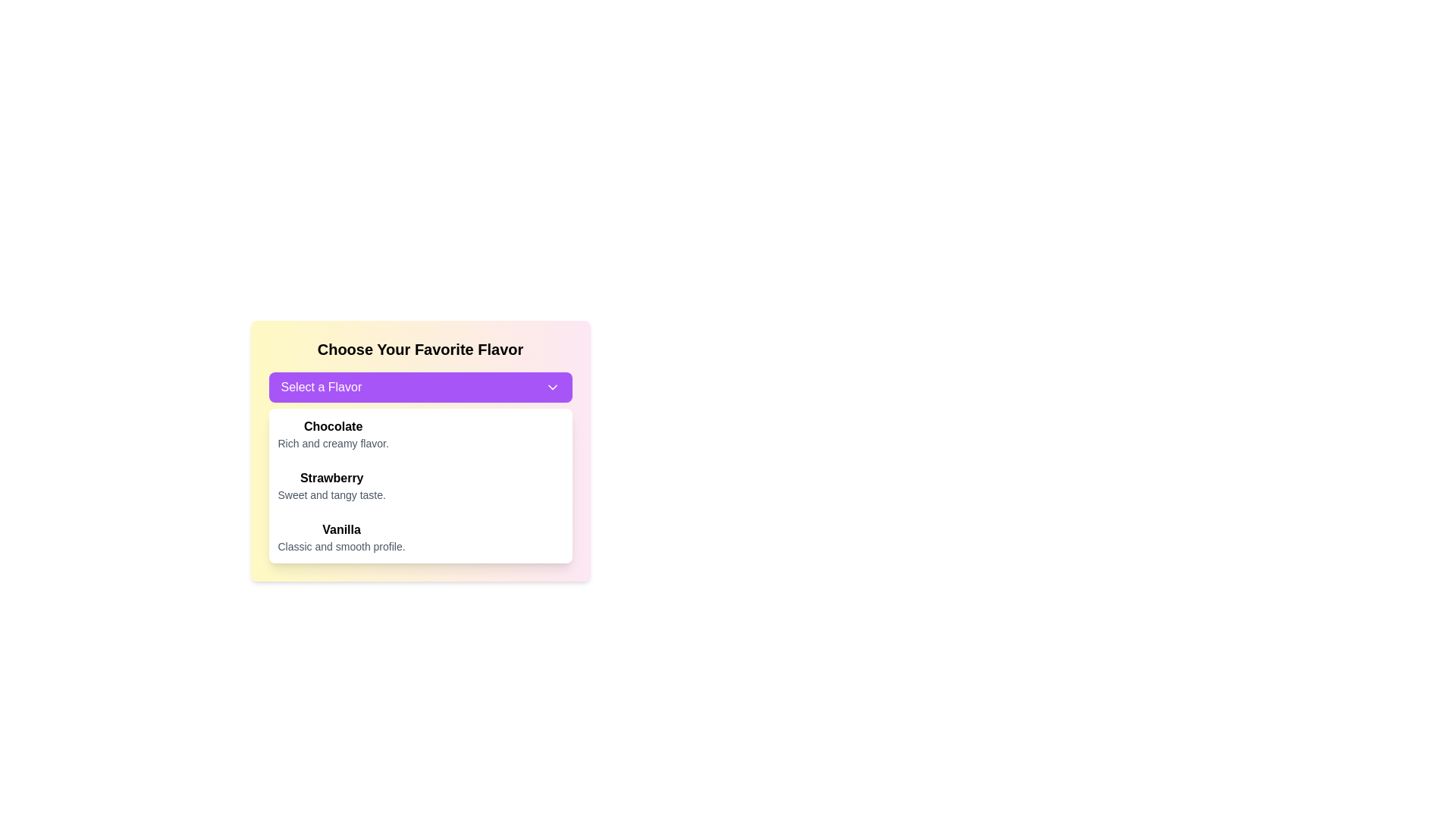 The image size is (1456, 819). What do you see at coordinates (331, 479) in the screenshot?
I see `the text label representing the flavor 'Strawberry' in the dropdown list of flavors` at bounding box center [331, 479].